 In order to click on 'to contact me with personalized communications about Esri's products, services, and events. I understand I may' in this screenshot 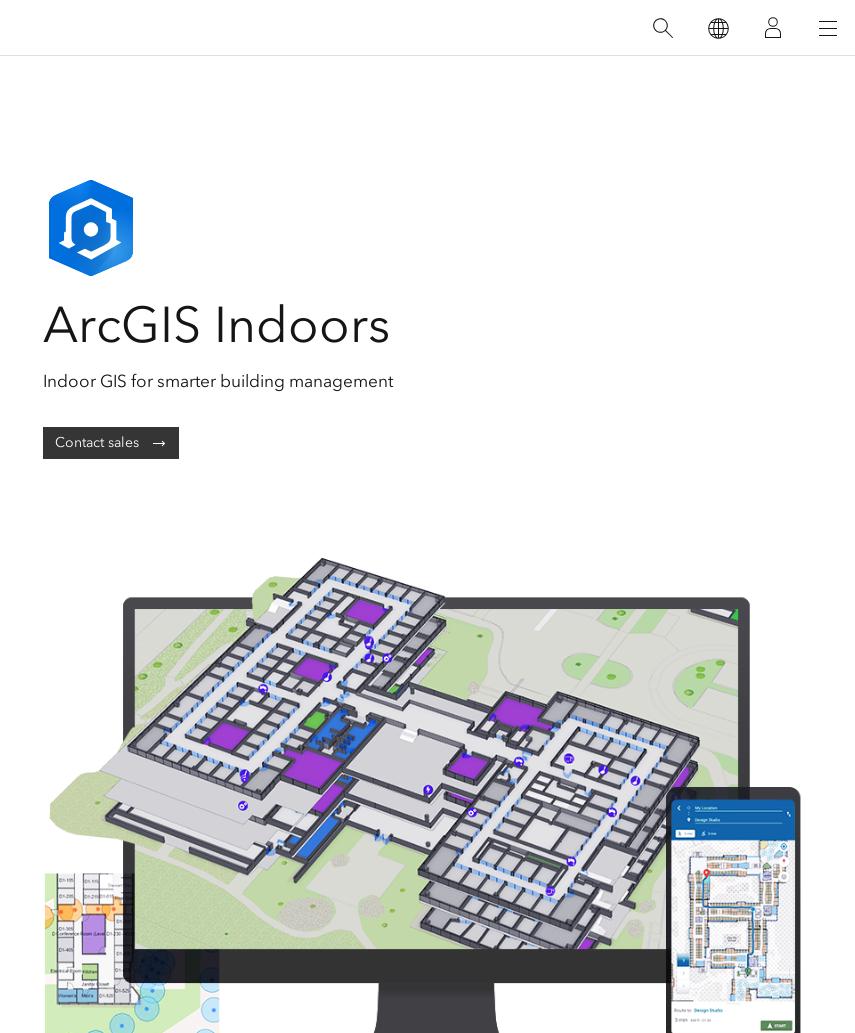, I will do `click(440, 237)`.